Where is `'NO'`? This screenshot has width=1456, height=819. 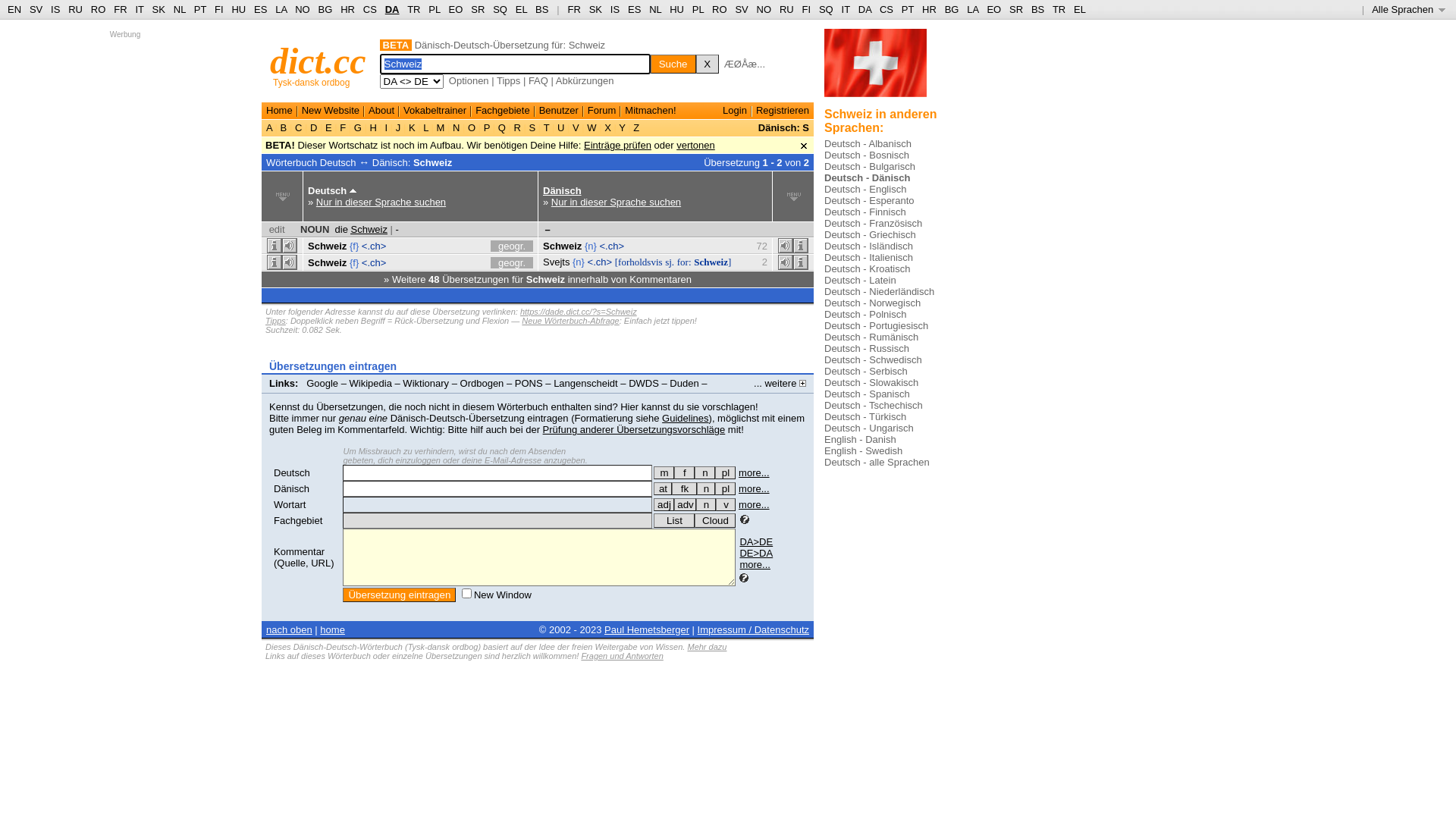 'NO' is located at coordinates (764, 9).